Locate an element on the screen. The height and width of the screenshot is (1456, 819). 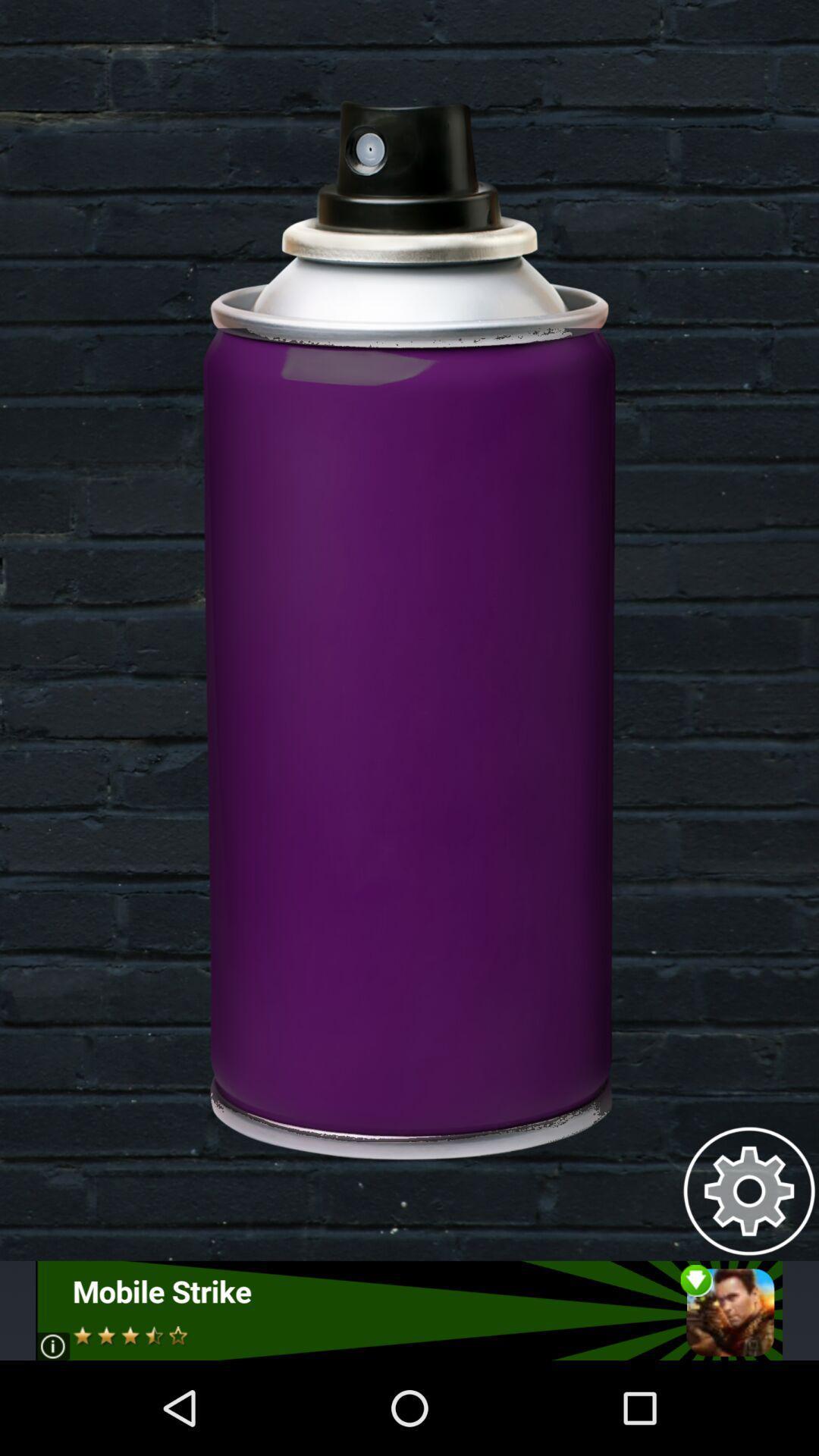
settings is located at coordinates (748, 1190).